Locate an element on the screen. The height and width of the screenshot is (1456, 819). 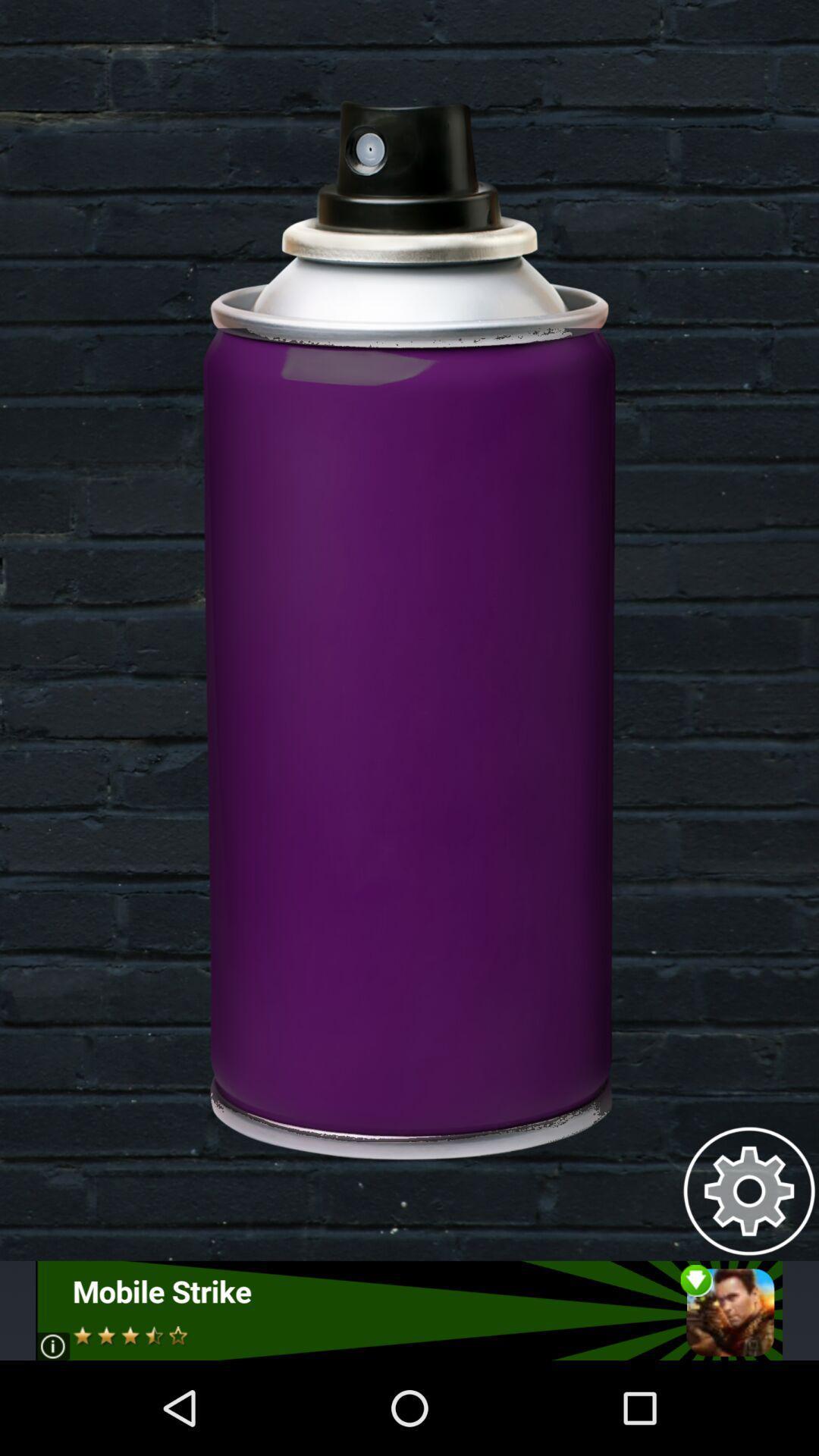
settings is located at coordinates (748, 1190).